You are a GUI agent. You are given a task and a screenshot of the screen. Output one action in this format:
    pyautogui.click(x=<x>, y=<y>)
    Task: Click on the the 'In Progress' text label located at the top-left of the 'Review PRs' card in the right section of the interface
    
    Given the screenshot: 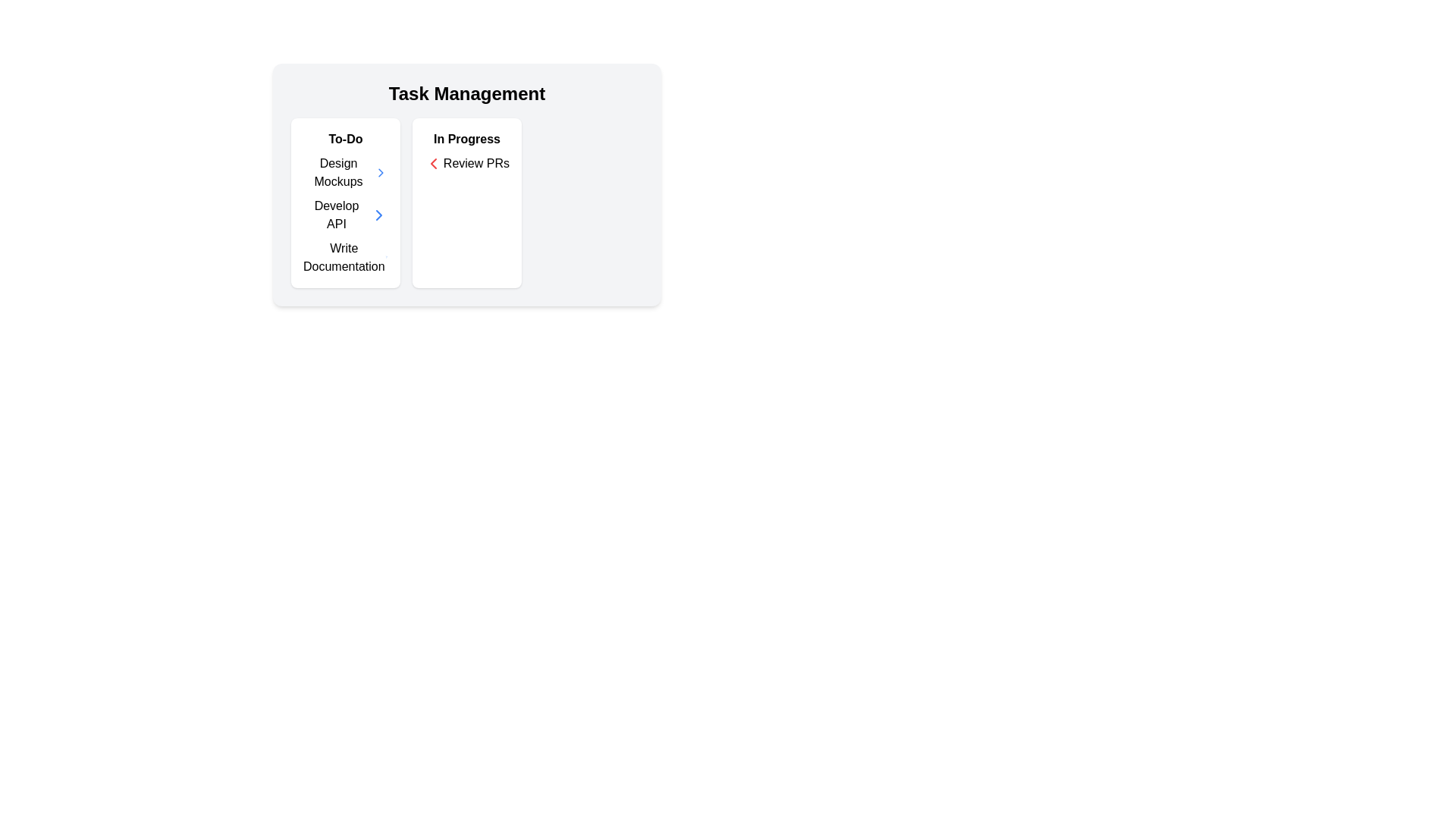 What is the action you would take?
    pyautogui.click(x=466, y=140)
    